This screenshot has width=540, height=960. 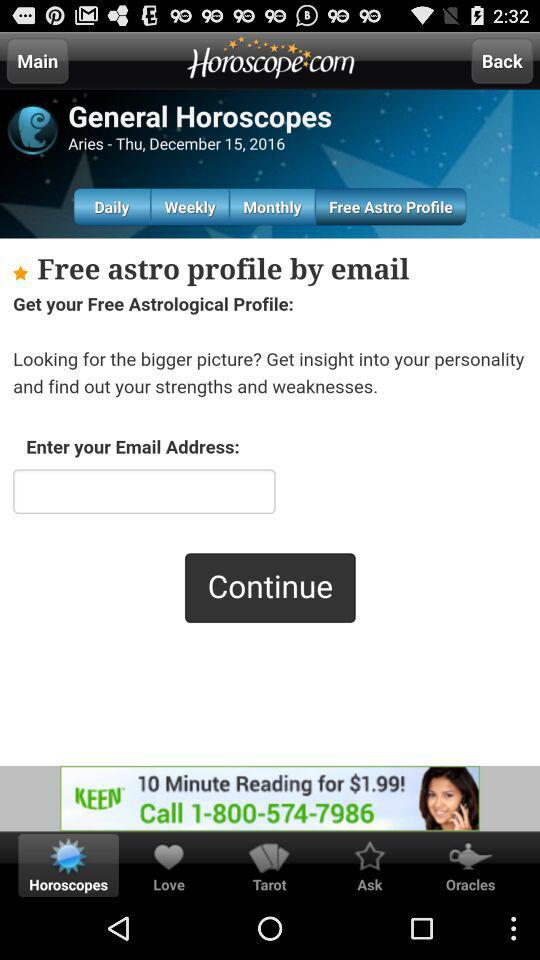 I want to click on favorites icon which is above ask, so click(x=369, y=855).